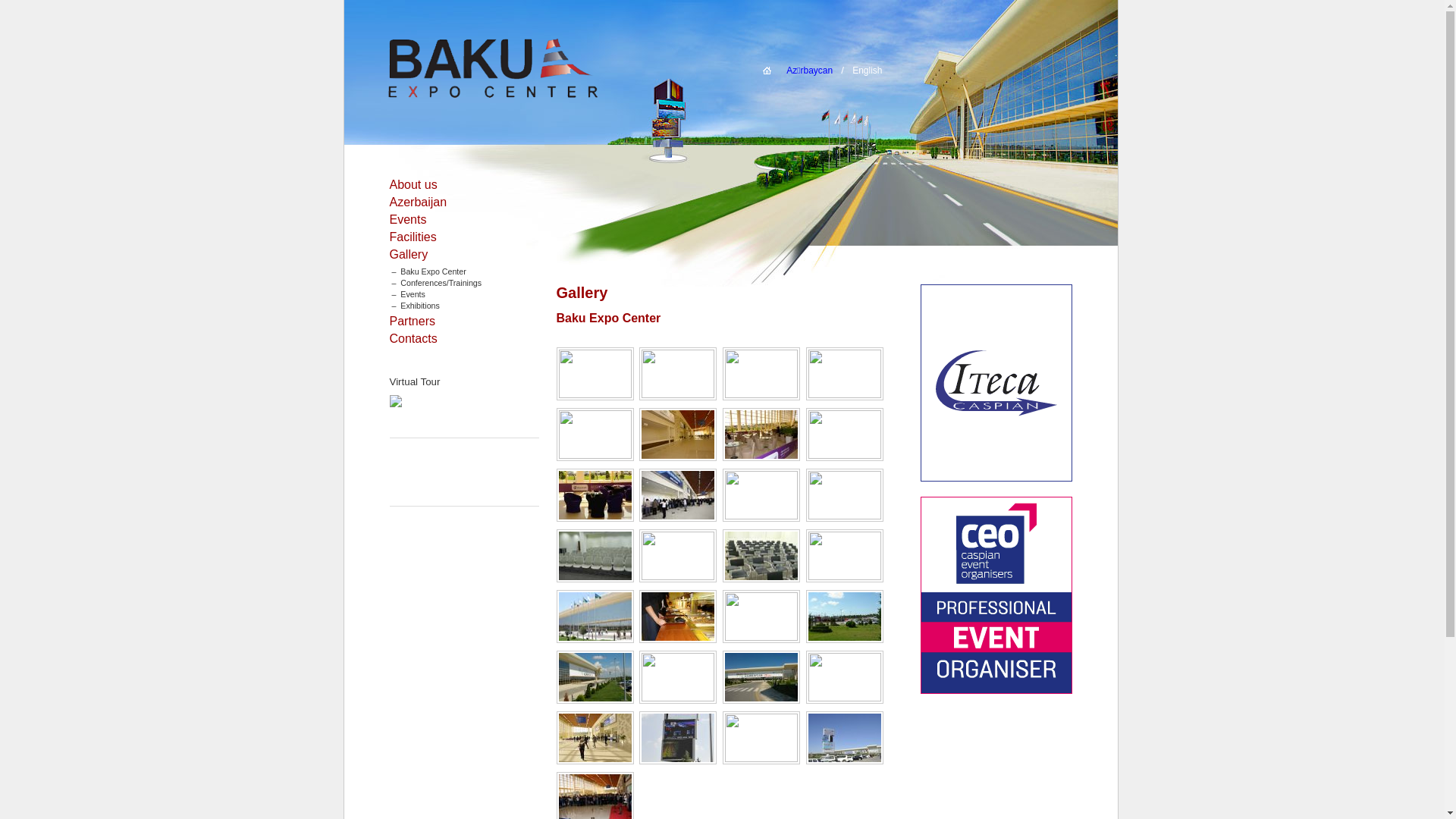  Describe the element at coordinates (413, 184) in the screenshot. I see `'About us'` at that location.